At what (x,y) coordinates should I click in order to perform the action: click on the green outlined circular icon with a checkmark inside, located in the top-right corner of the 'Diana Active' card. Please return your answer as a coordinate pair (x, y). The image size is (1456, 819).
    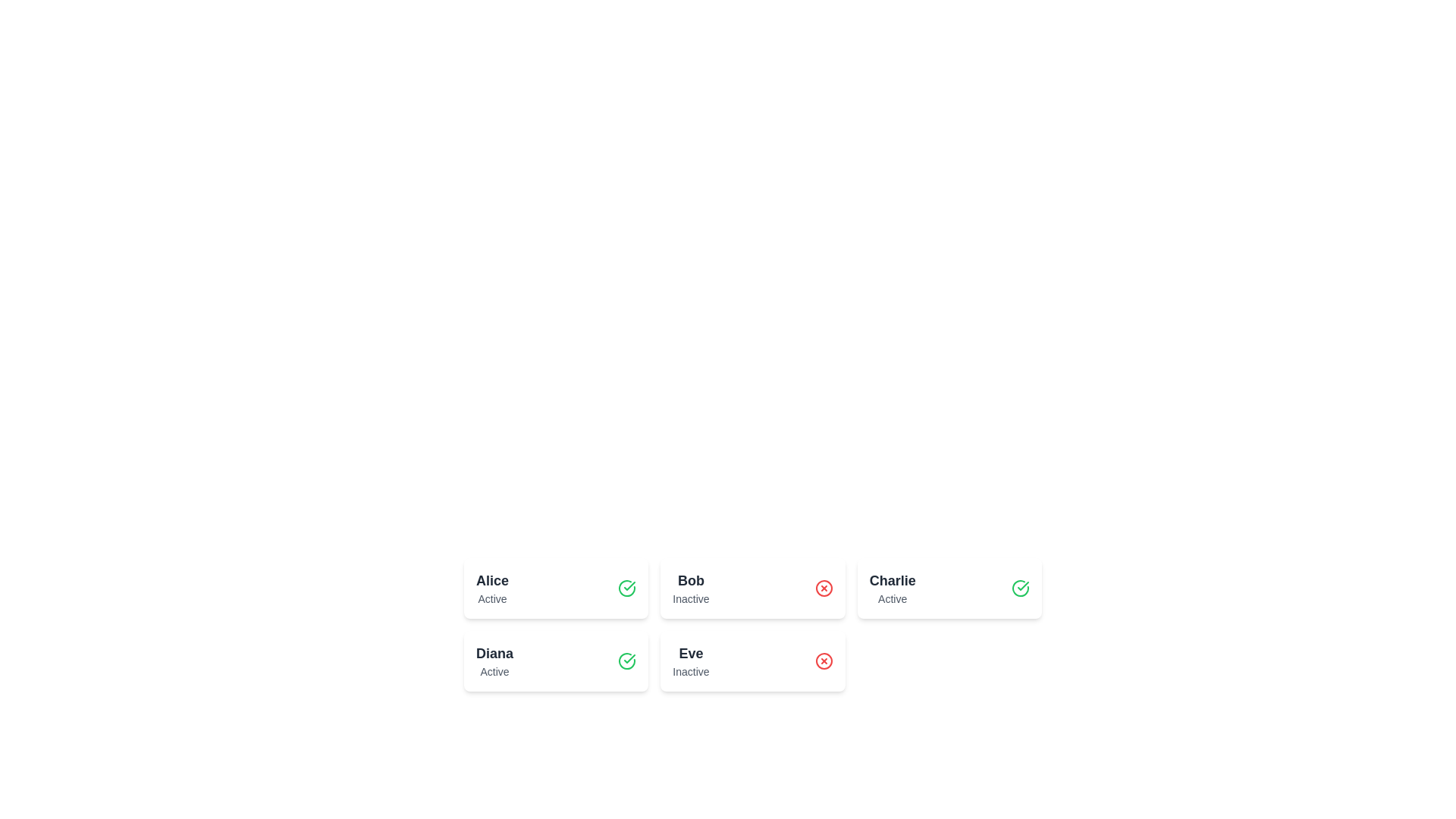
    Looking at the image, I should click on (627, 660).